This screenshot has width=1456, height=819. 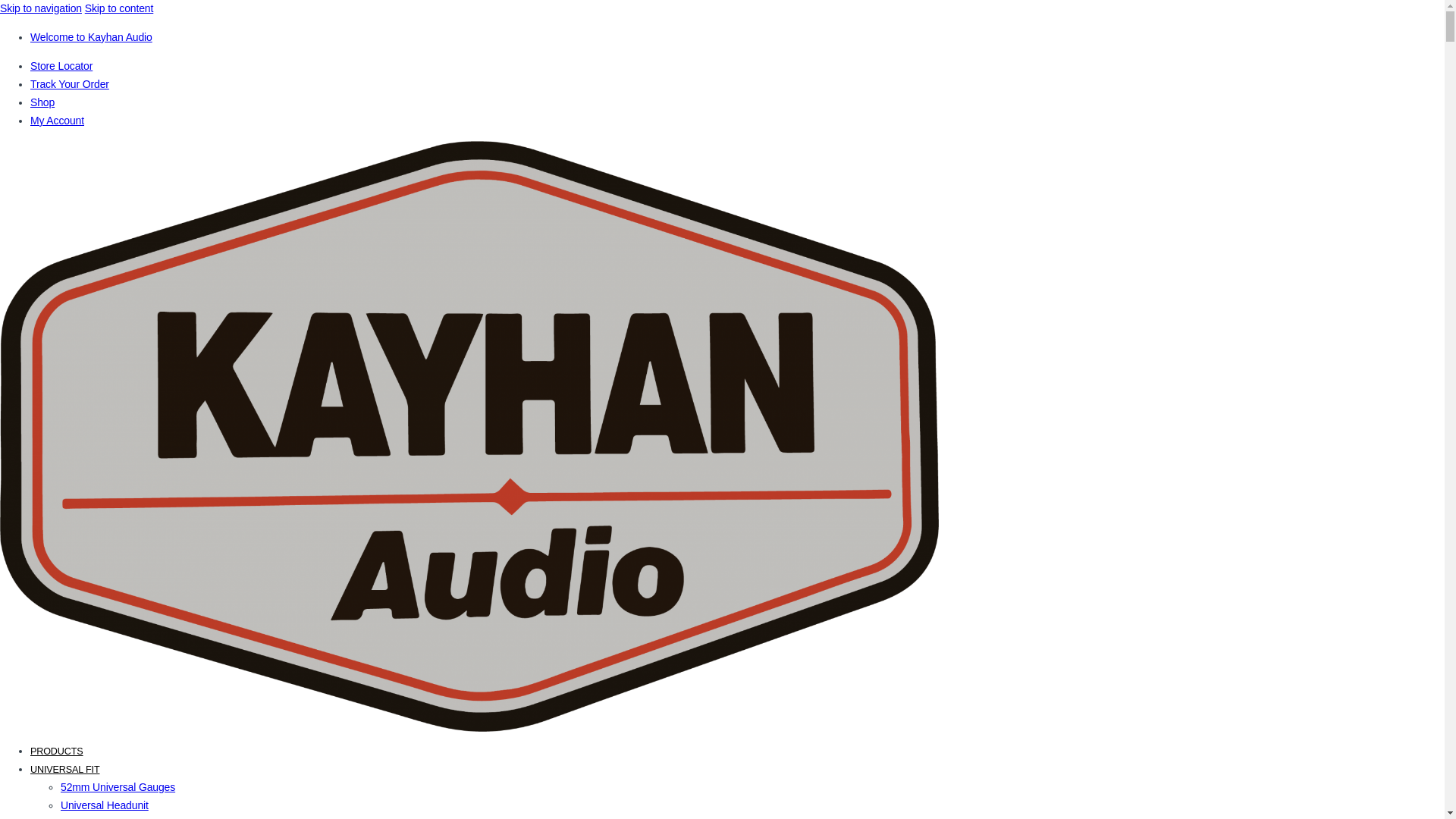 I want to click on 'Welcome to Kayhan Audio', so click(x=30, y=36).